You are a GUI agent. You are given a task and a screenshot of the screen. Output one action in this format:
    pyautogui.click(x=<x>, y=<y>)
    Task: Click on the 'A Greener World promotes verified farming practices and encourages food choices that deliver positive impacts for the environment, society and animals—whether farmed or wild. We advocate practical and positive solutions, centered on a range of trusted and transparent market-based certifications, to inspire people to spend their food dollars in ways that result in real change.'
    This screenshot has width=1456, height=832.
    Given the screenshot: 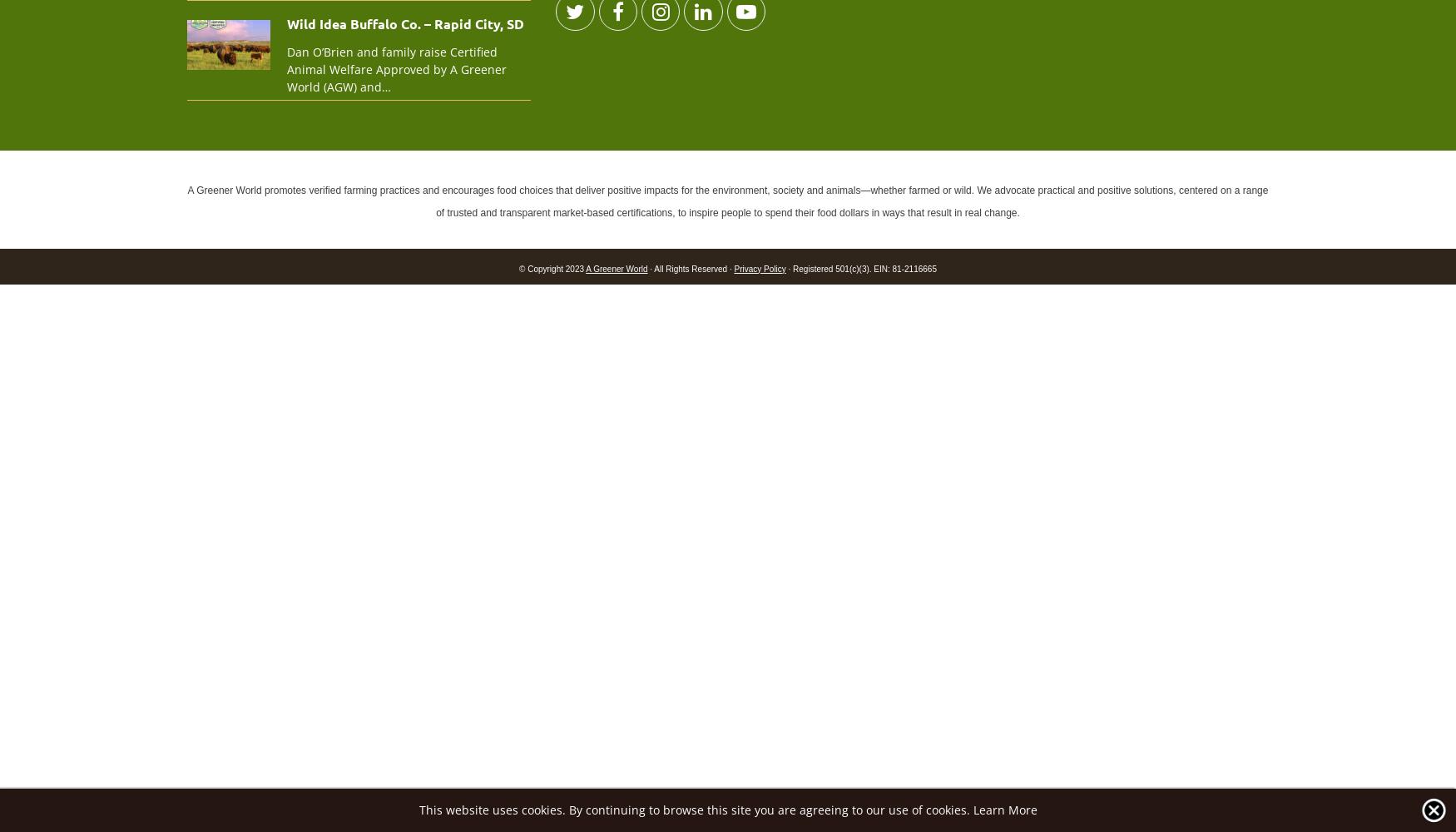 What is the action you would take?
    pyautogui.click(x=727, y=200)
    